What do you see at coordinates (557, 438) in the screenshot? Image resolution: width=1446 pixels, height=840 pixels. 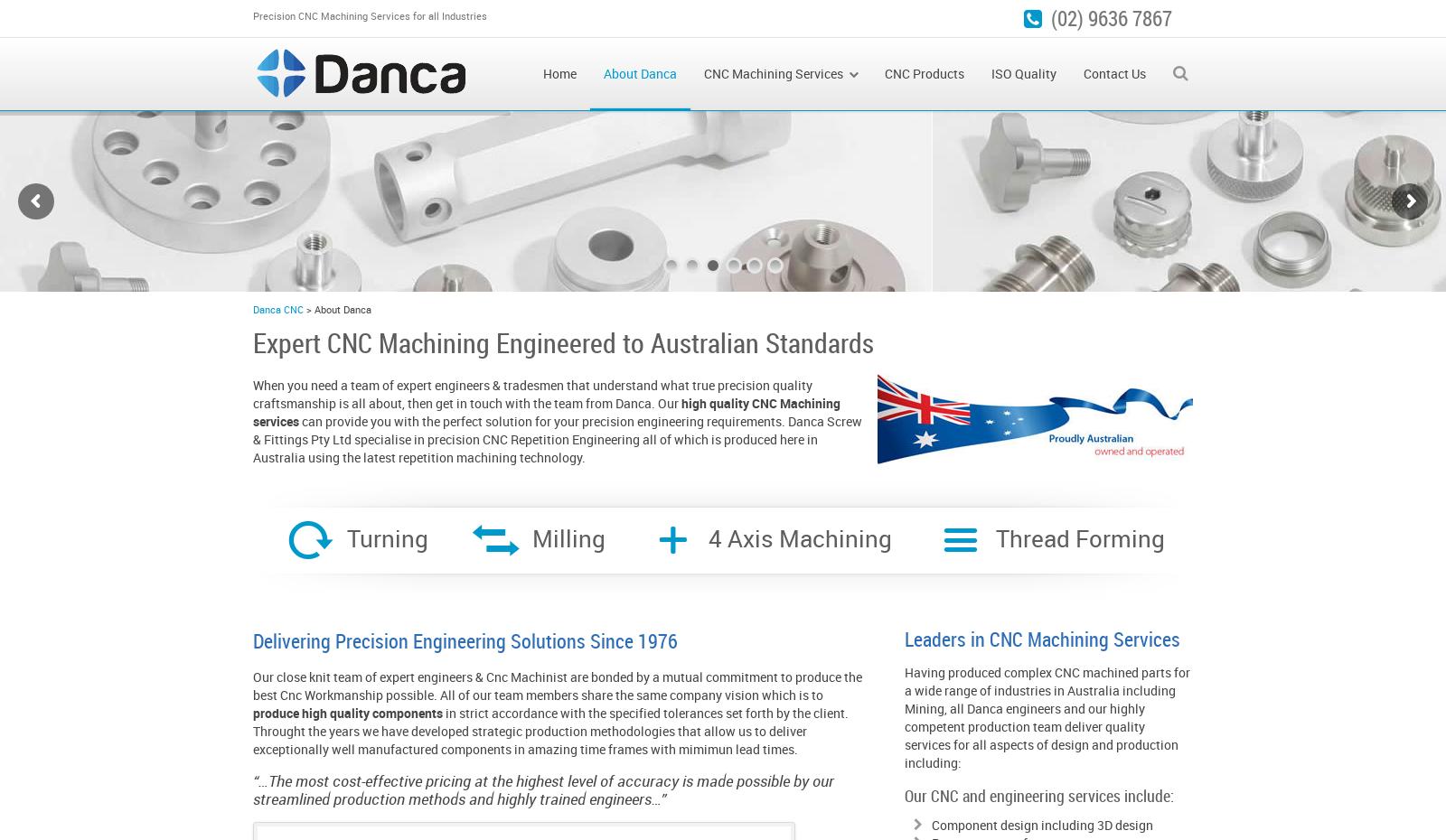 I see `'can provide you with the perfect solution for your precision engineering requirements. Danca Screw & Fittings Pty Ltd specialise in precision CNC Repetition Engineering all of which is produced here in Australia using the latest repetition machining technology.'` at bounding box center [557, 438].